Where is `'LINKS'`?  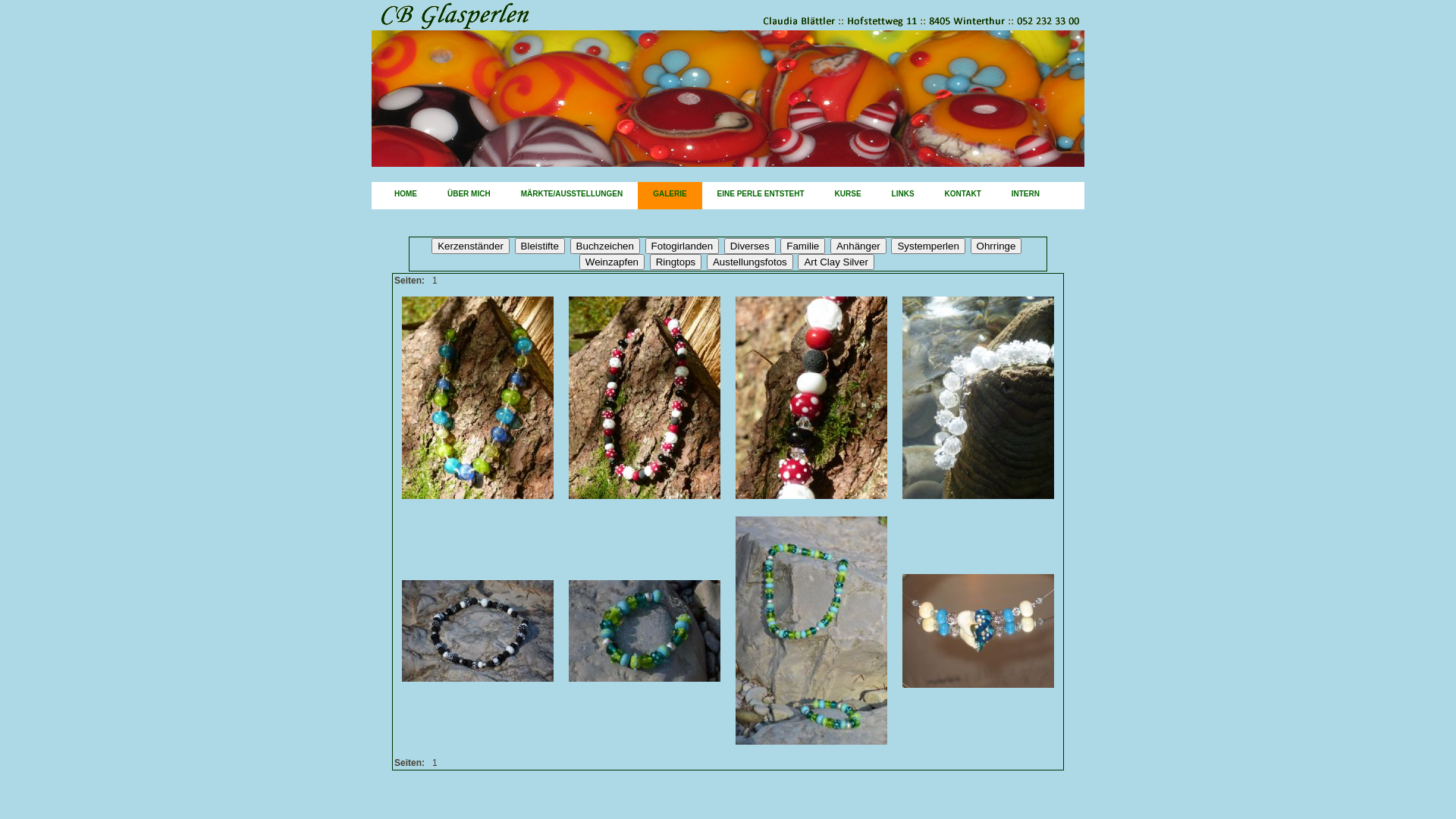
'LINKS' is located at coordinates (877, 195).